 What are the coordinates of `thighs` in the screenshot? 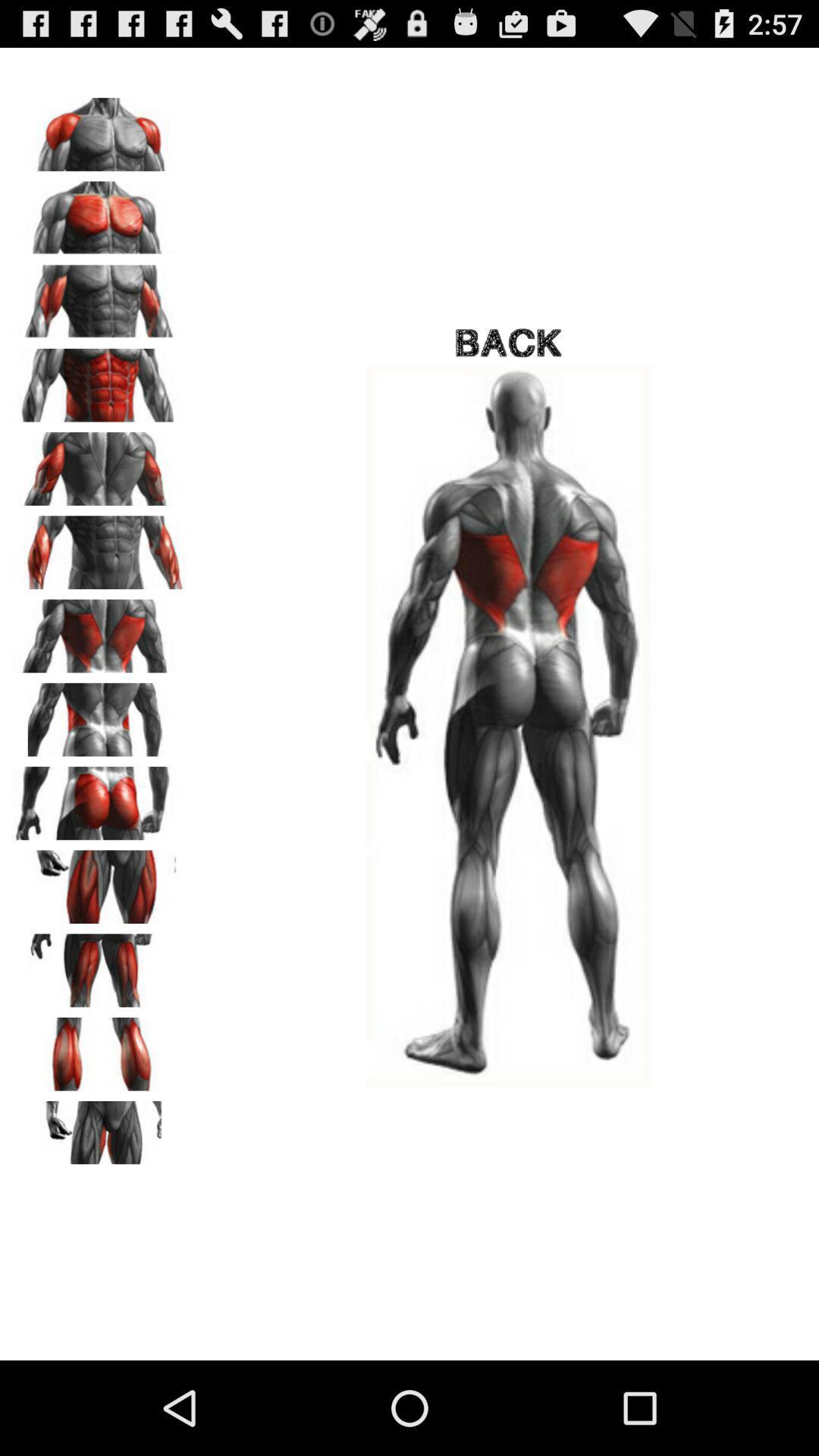 It's located at (99, 1048).